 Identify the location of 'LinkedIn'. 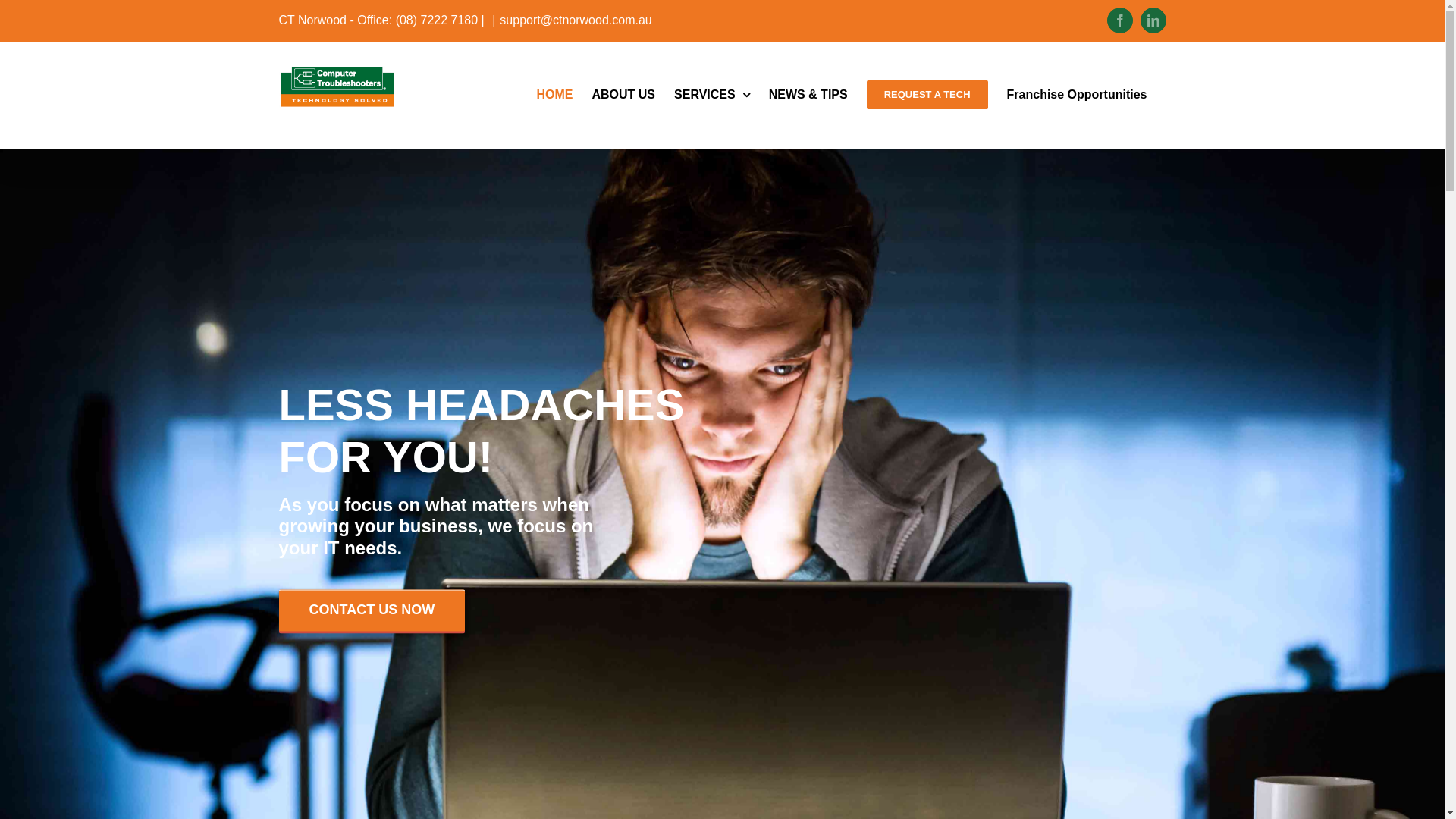
(1153, 20).